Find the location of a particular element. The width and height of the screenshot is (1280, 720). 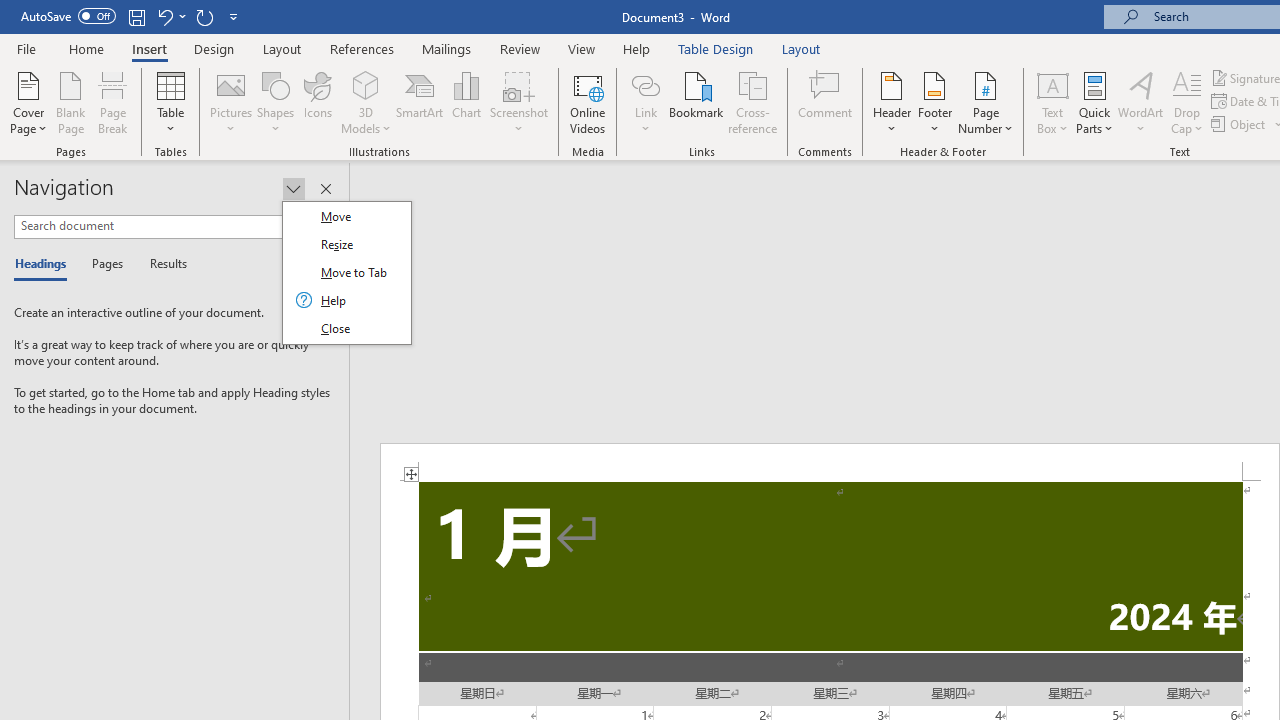

'Bookmark...' is located at coordinates (696, 103).